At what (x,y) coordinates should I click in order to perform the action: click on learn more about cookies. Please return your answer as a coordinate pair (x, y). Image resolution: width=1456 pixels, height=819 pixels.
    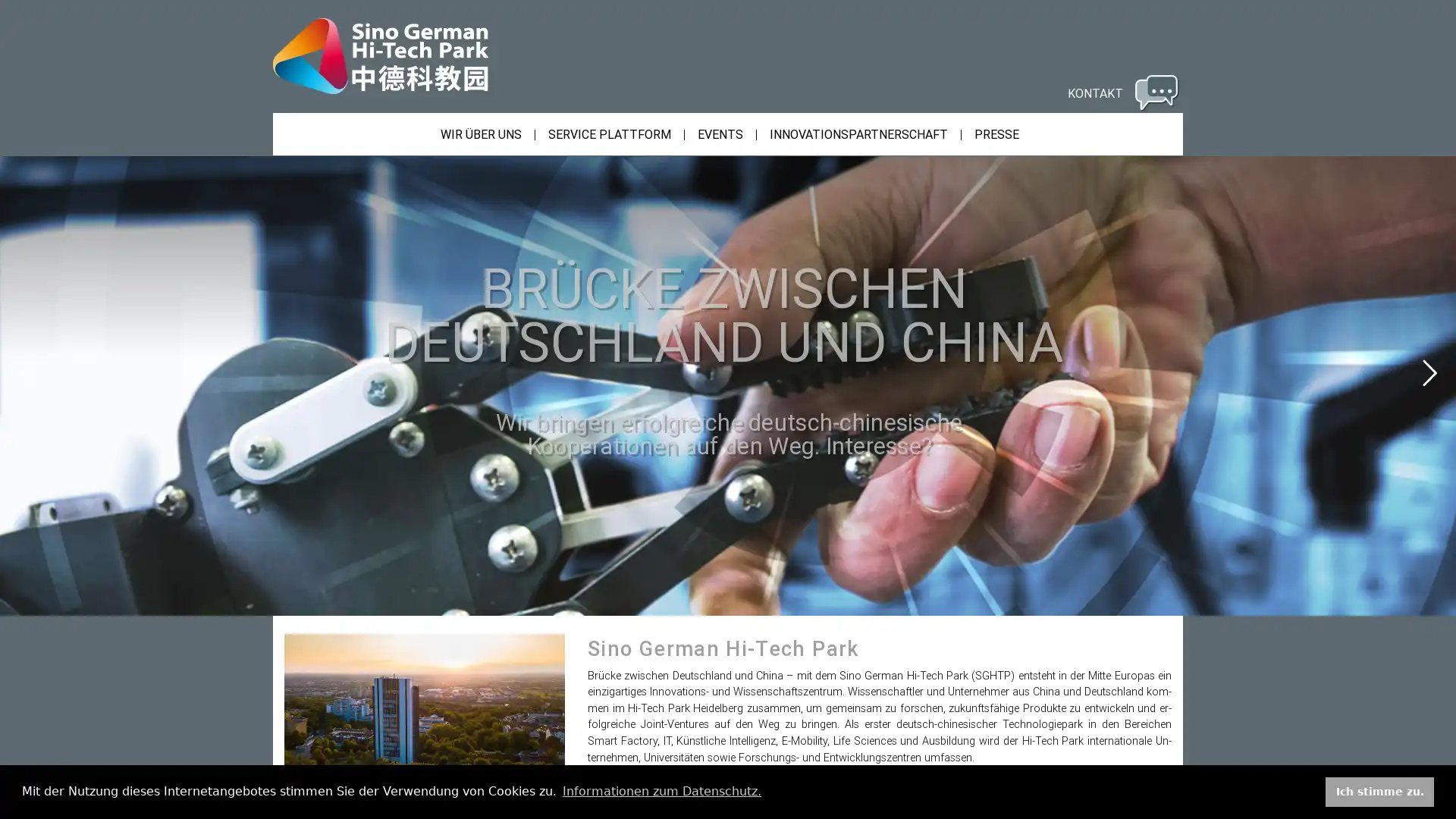
    Looking at the image, I should click on (661, 791).